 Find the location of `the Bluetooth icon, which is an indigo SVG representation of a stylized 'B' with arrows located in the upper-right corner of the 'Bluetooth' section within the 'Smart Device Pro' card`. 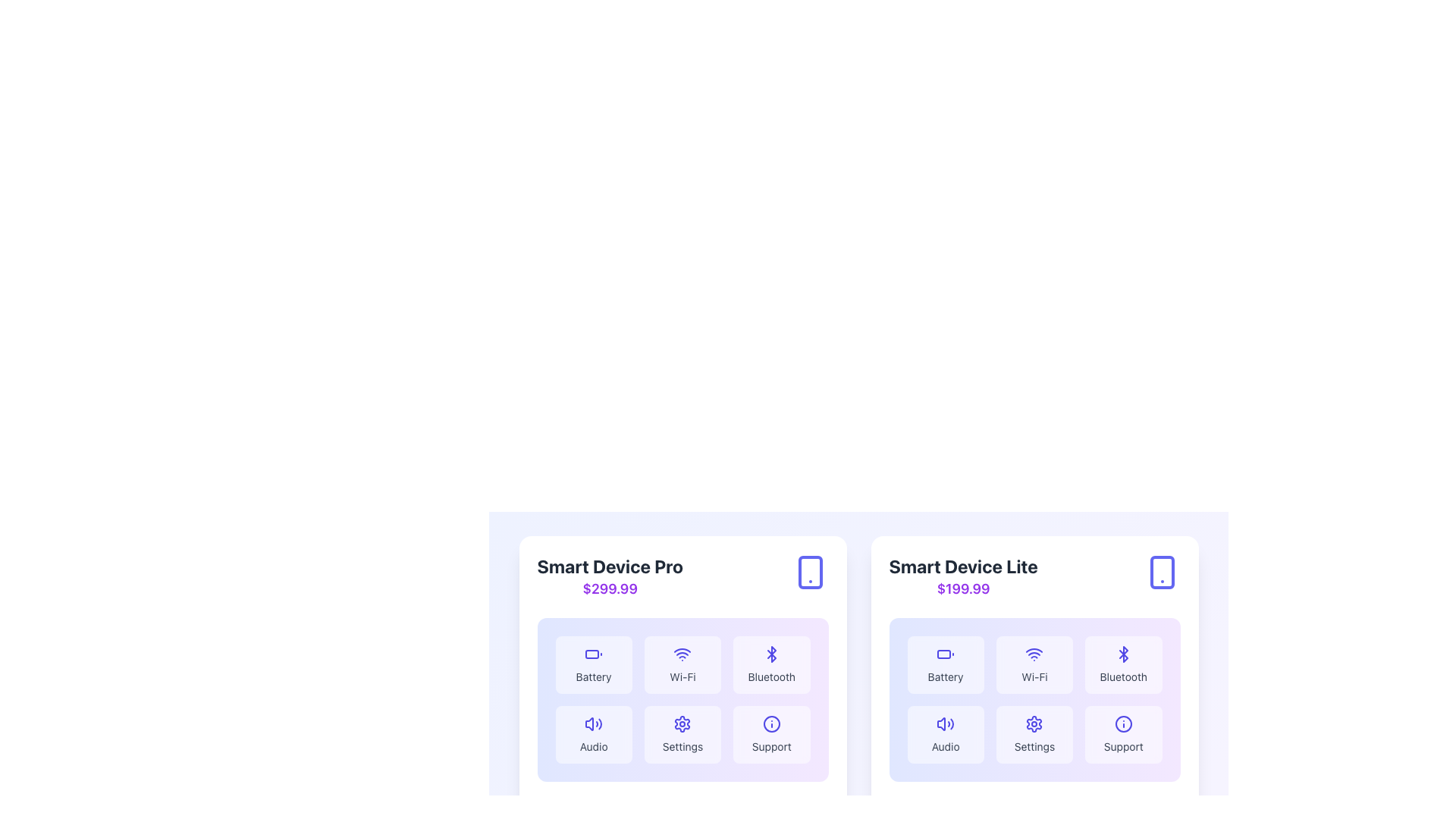

the Bluetooth icon, which is an indigo SVG representation of a stylized 'B' with arrows located in the upper-right corner of the 'Bluetooth' section within the 'Smart Device Pro' card is located at coordinates (771, 654).